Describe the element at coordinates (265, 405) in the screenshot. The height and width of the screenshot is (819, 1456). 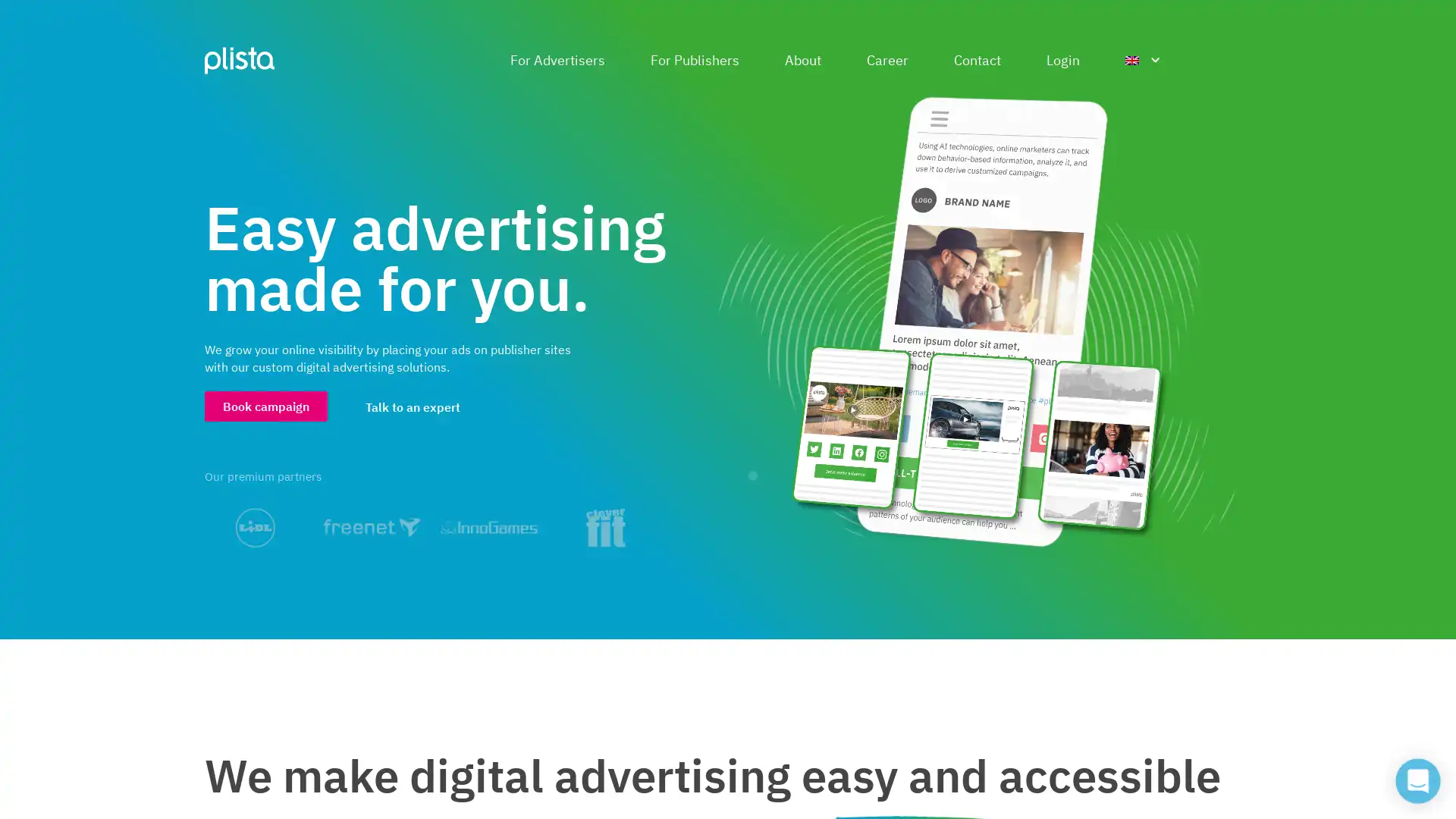
I see `Book campaign` at that location.